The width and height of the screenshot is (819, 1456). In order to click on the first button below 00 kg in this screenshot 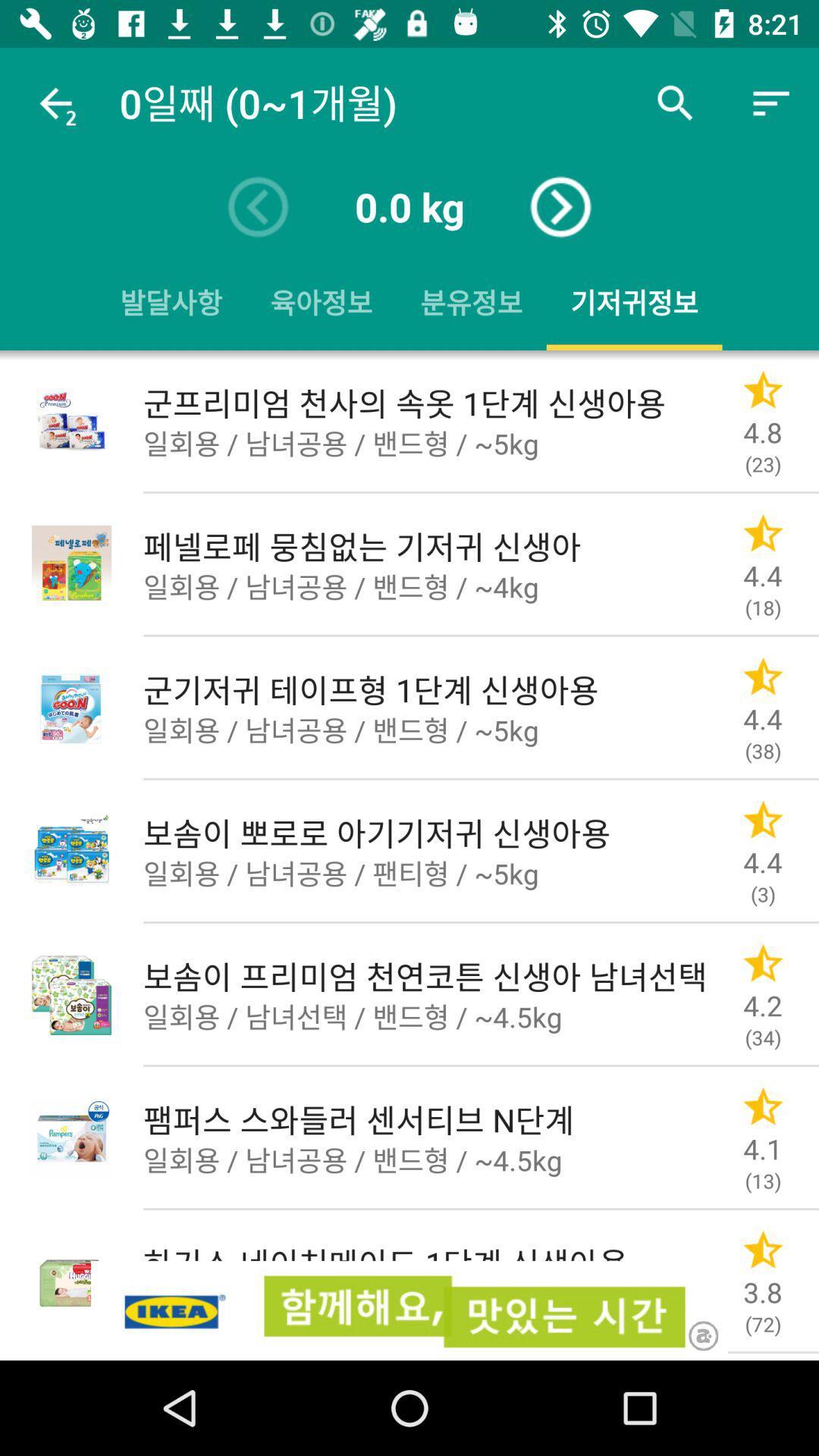, I will do `click(171, 302)`.